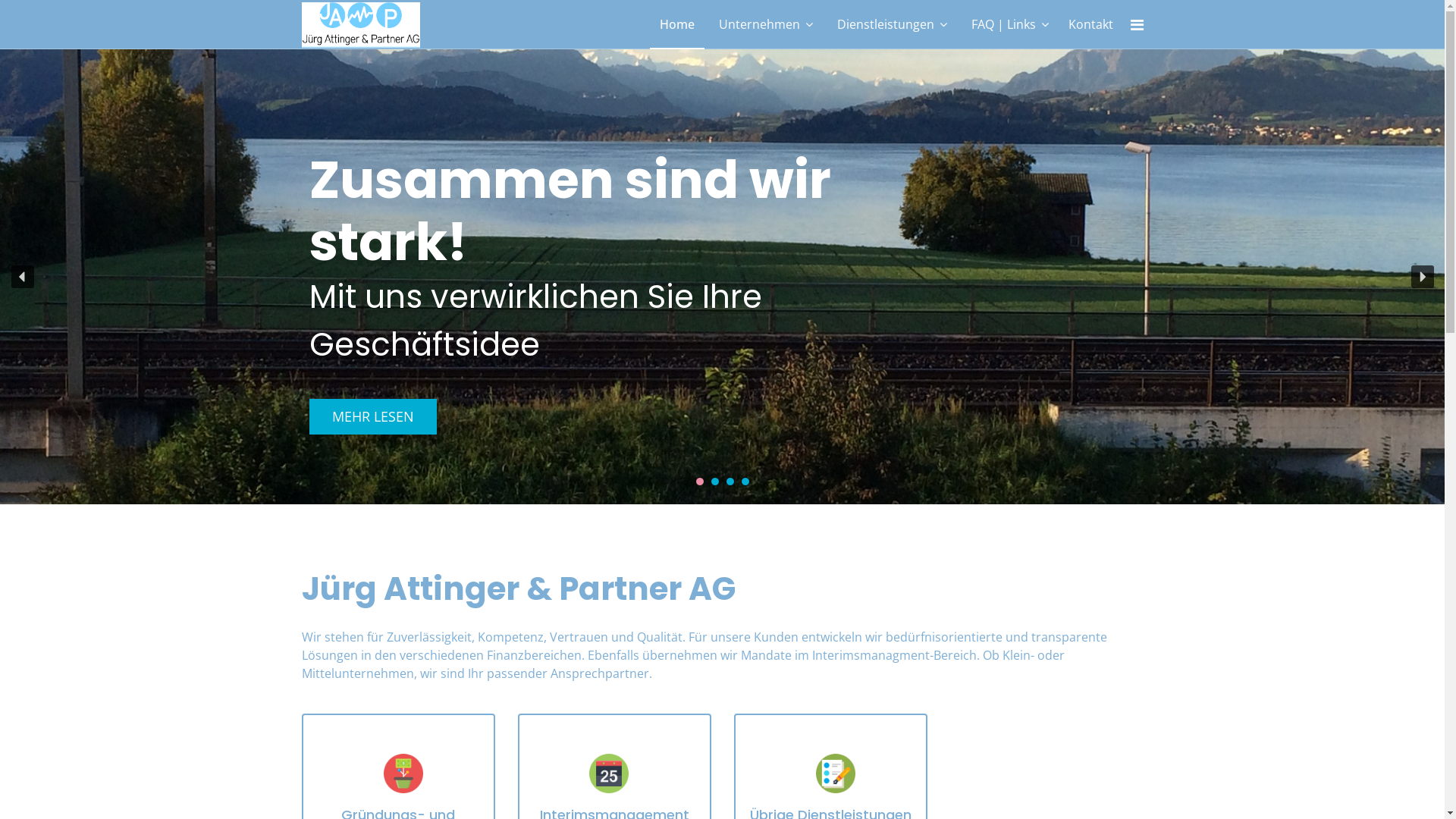 This screenshot has width=1456, height=819. I want to click on 'Unternehmen', so click(764, 24).